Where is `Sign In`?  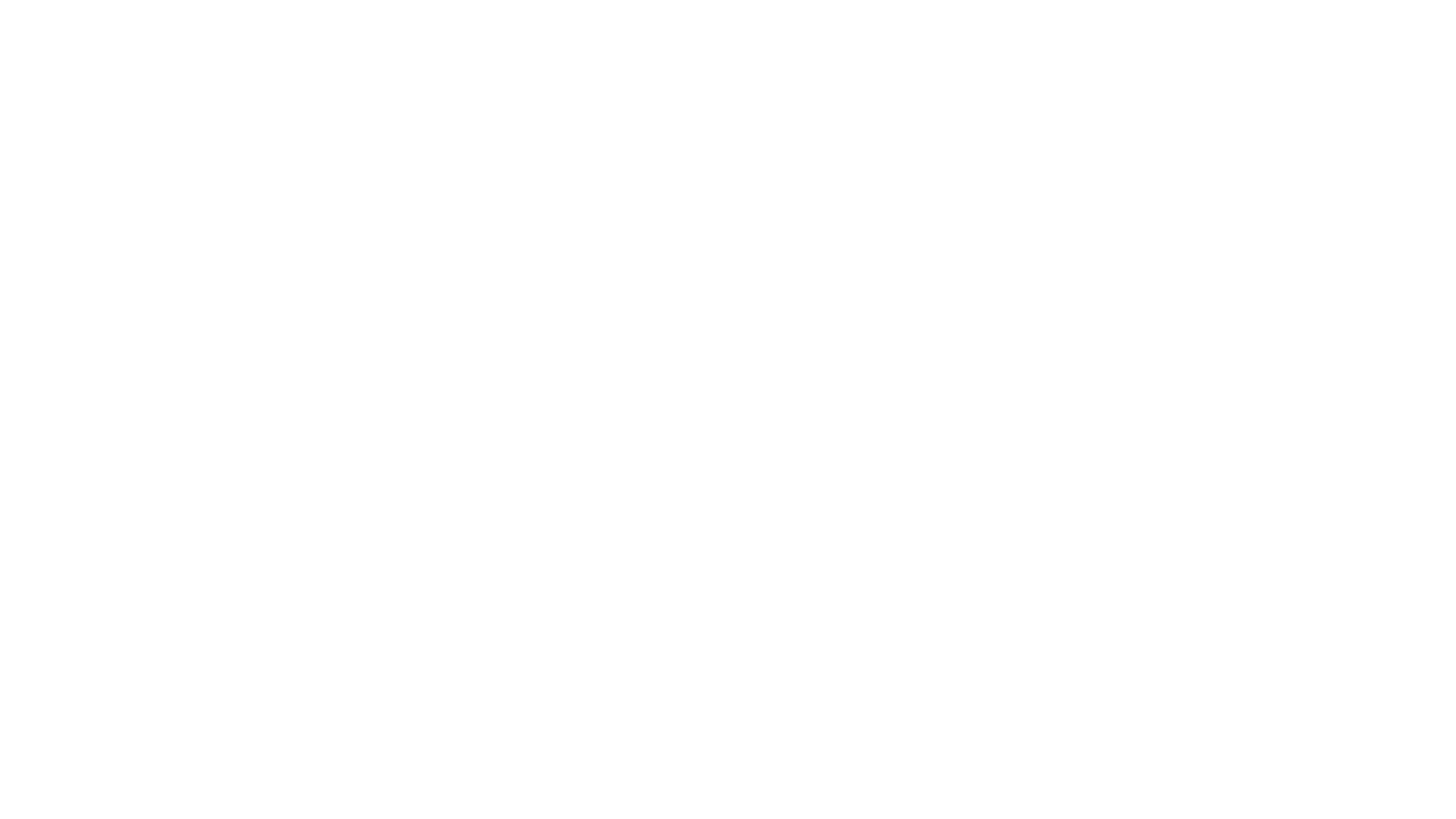
Sign In is located at coordinates (337, 295).